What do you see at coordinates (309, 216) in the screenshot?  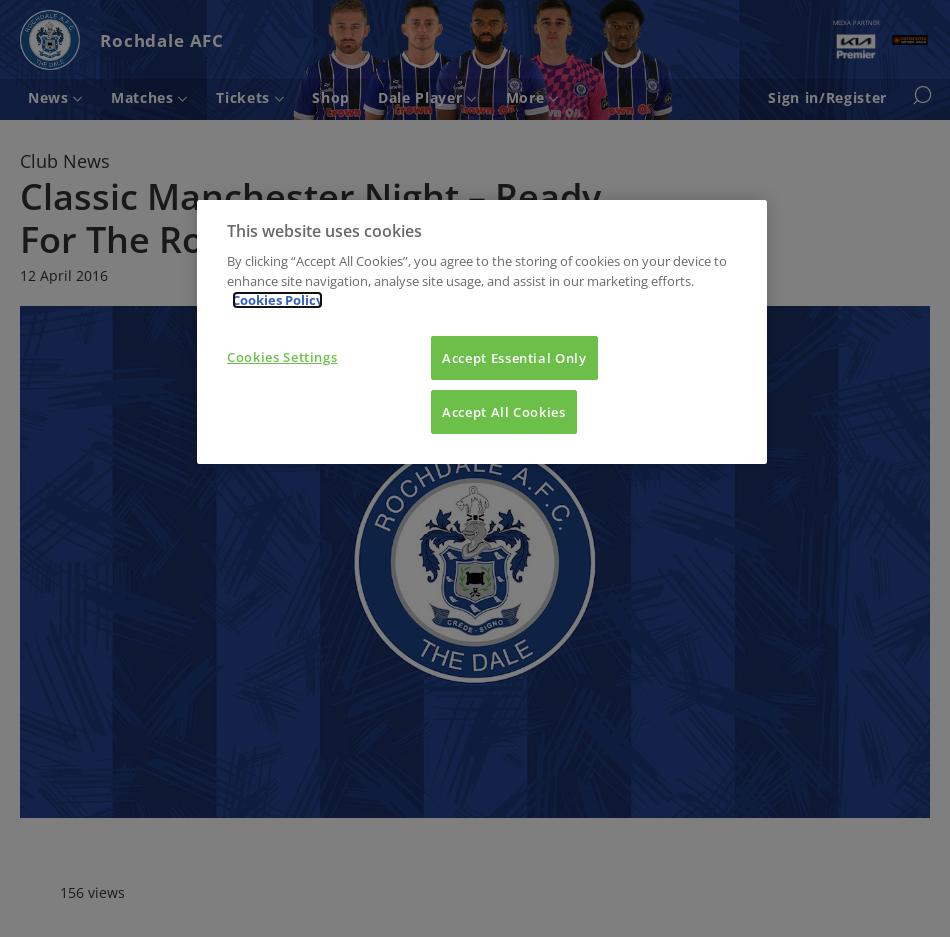 I see `'Classic Manchester Night – Ready For The Roses'` at bounding box center [309, 216].